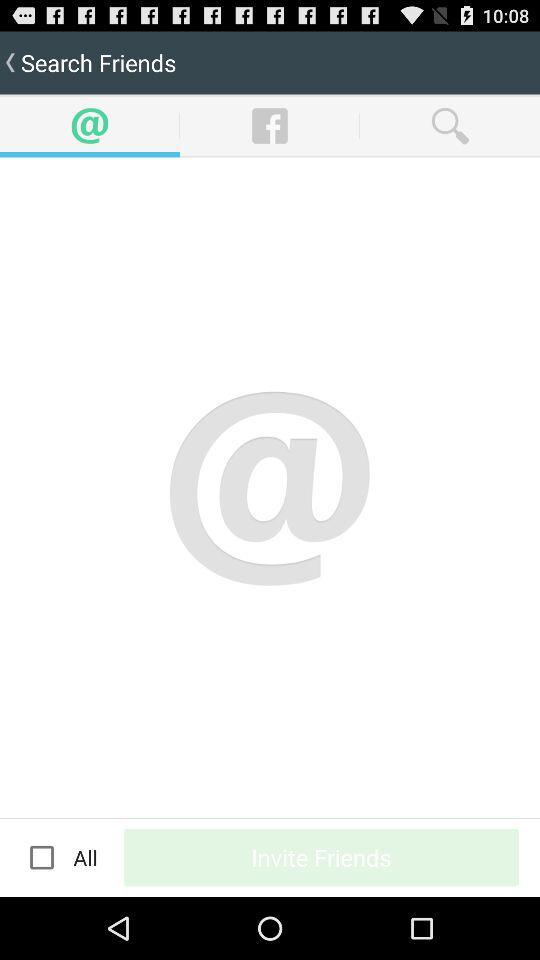  What do you see at coordinates (42, 856) in the screenshot?
I see `the icon next to all` at bounding box center [42, 856].